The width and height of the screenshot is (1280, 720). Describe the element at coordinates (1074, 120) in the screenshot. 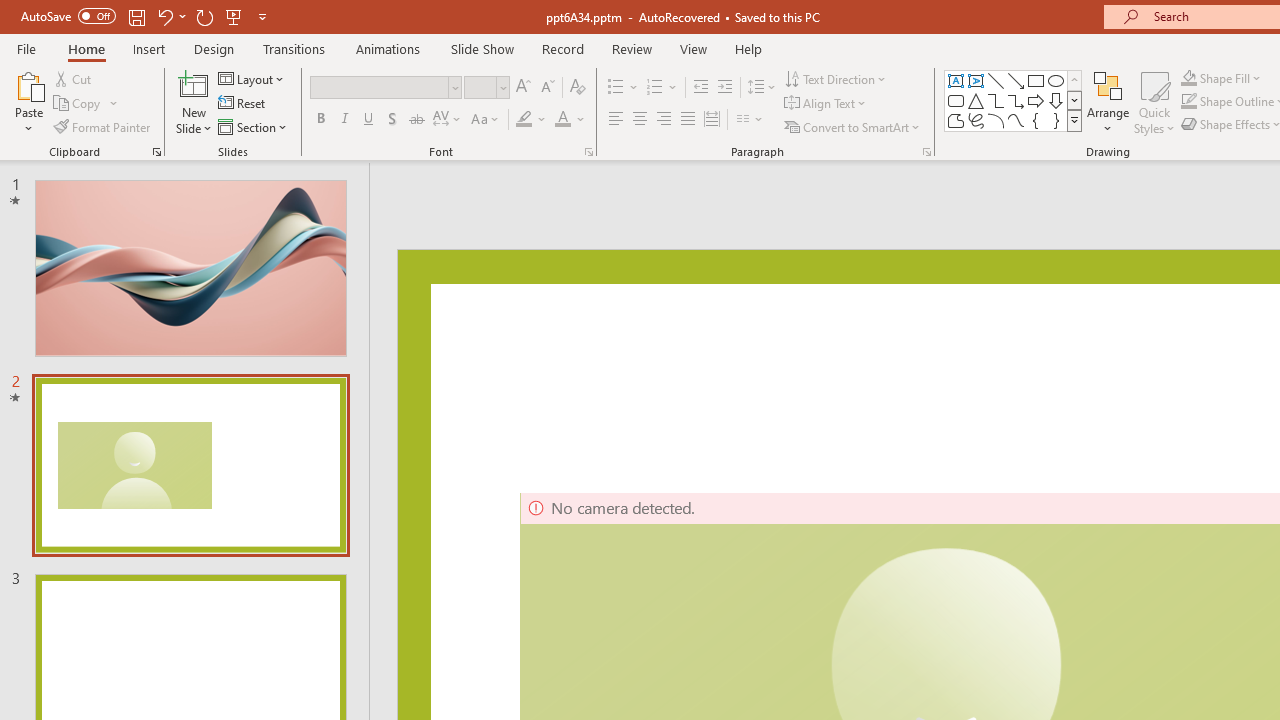

I see `'Class: NetUIImage'` at that location.